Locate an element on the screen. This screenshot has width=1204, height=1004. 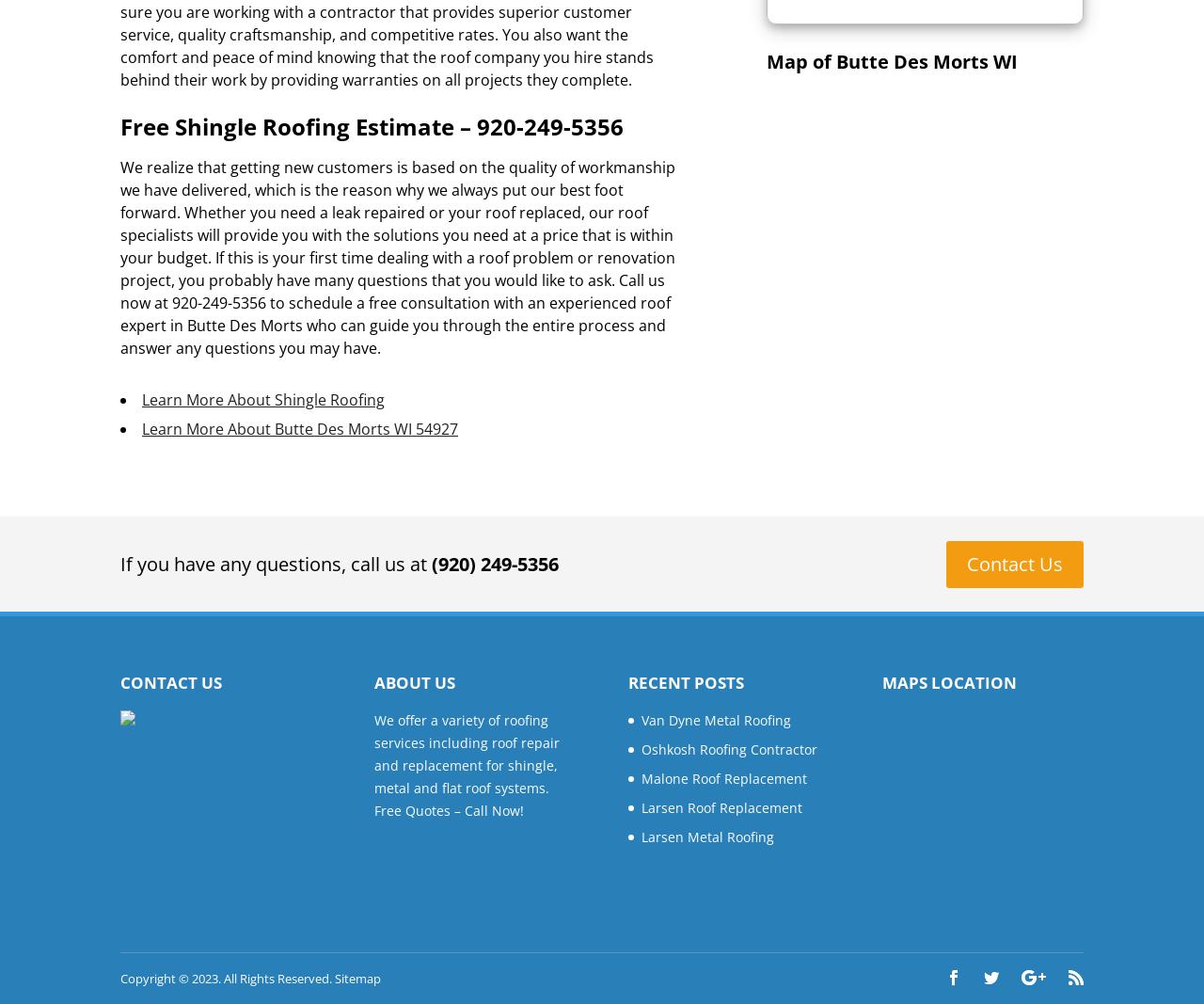
'Malone Roof Replacement' is located at coordinates (723, 776).